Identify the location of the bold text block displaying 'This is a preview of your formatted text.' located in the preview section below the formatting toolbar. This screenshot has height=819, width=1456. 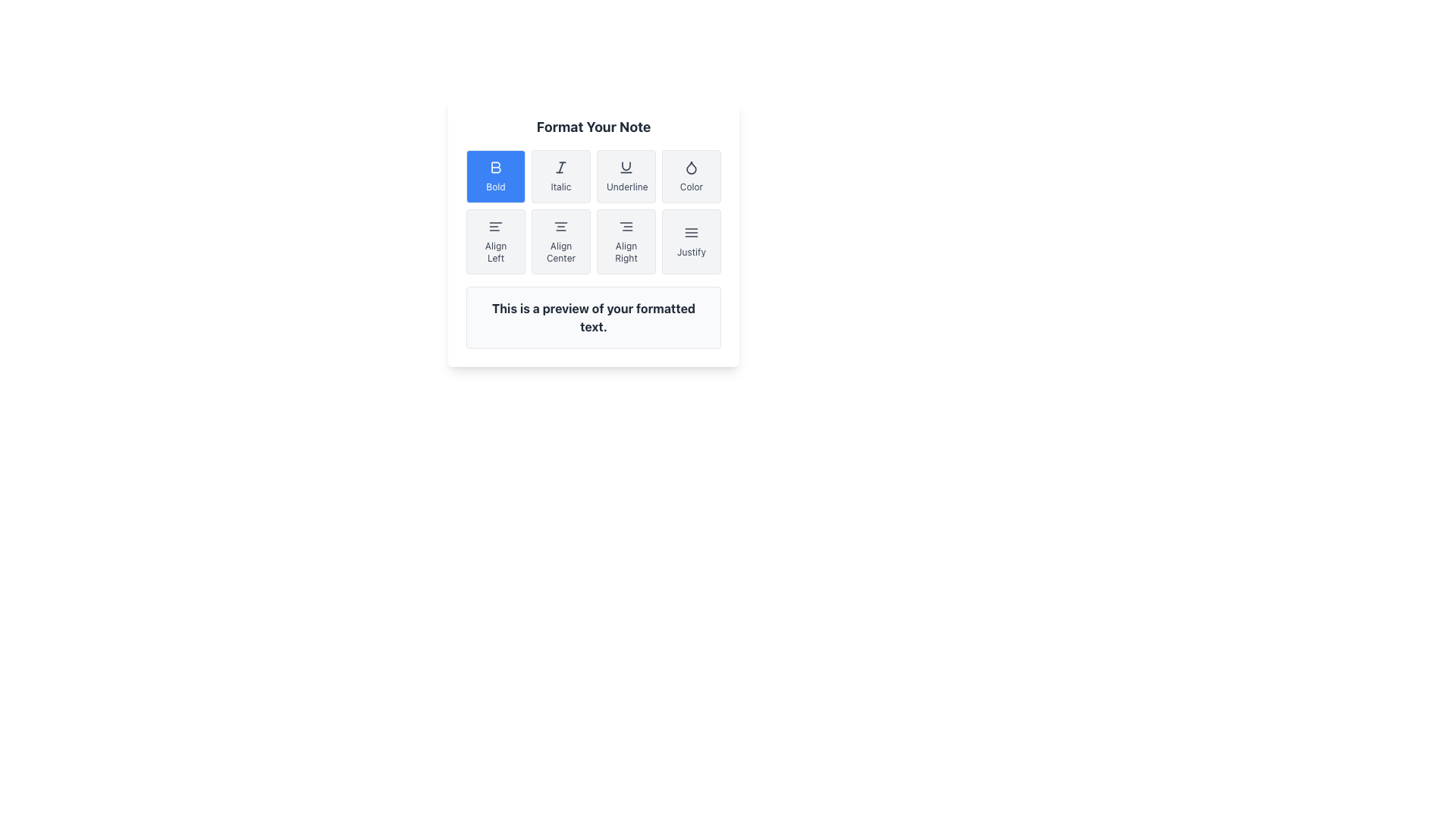
(592, 317).